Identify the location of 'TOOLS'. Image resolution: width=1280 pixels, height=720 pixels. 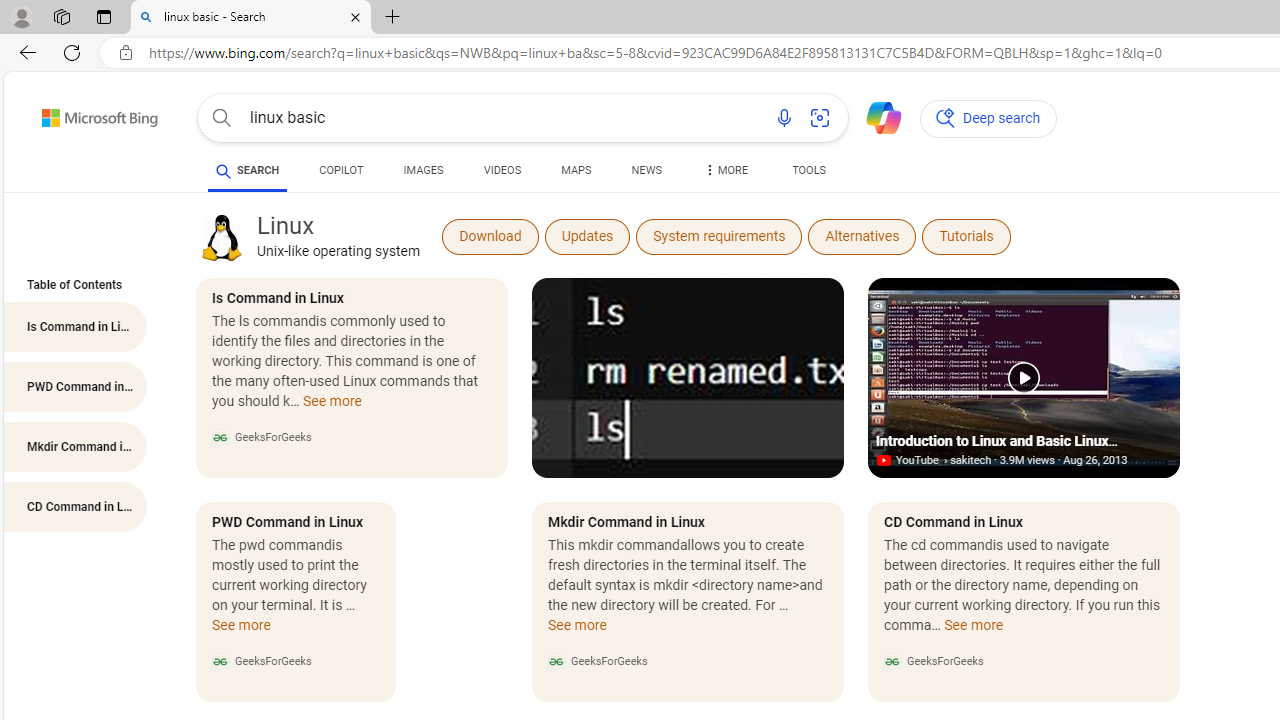
(808, 170).